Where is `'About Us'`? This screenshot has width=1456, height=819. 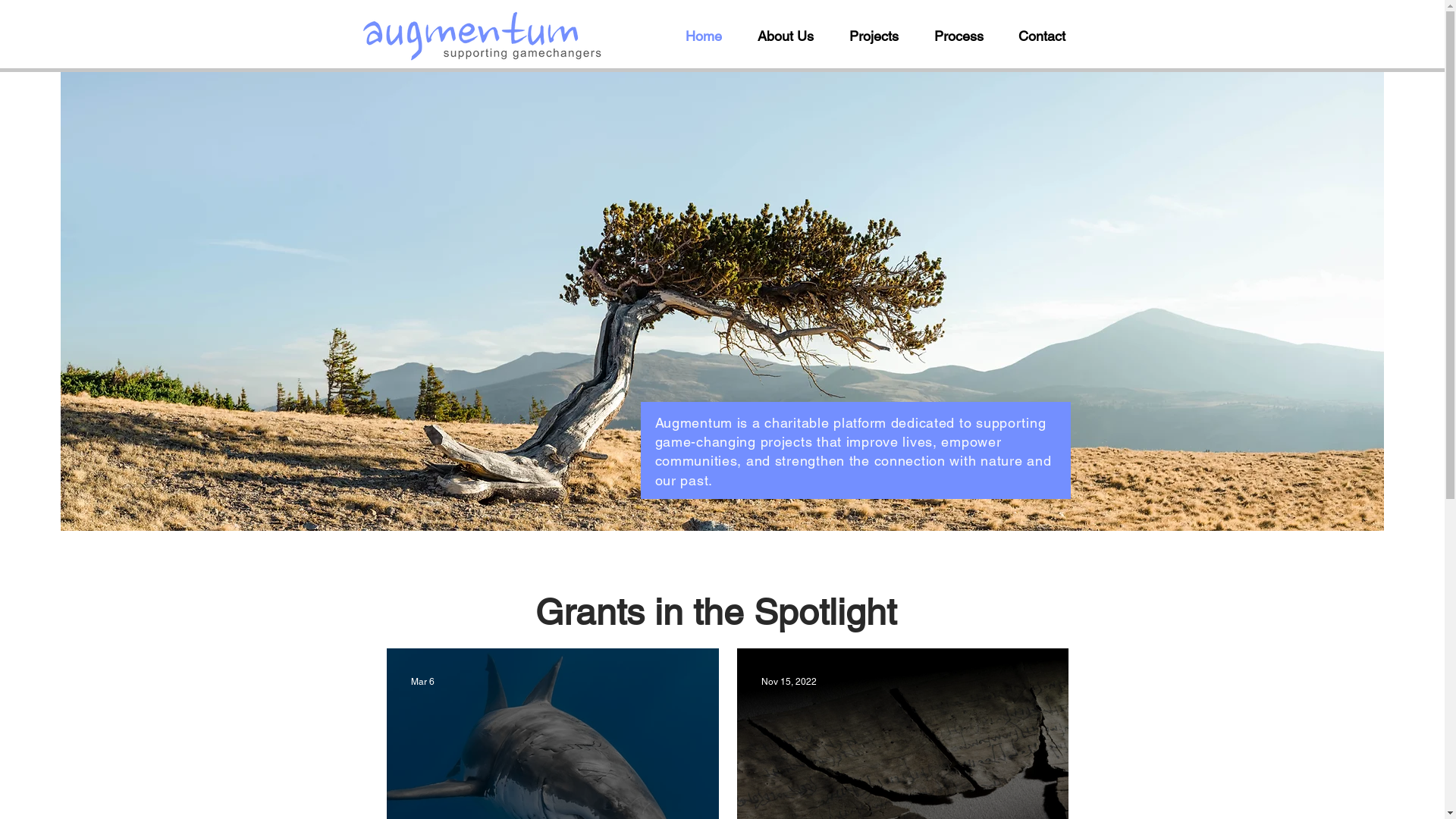
'About Us' is located at coordinates (791, 35).